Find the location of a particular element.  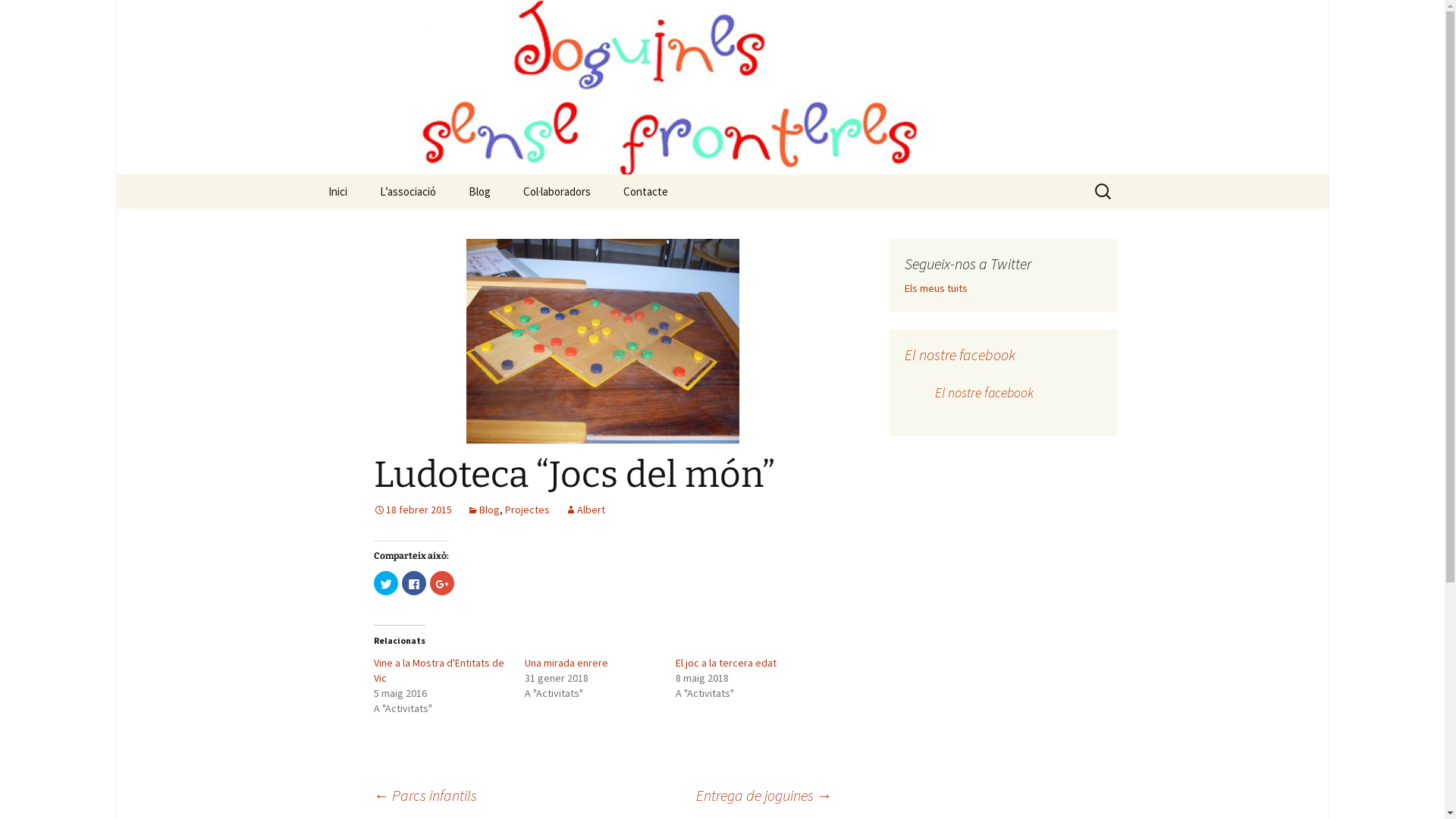

'Els meus tuits' is located at coordinates (903, 288).